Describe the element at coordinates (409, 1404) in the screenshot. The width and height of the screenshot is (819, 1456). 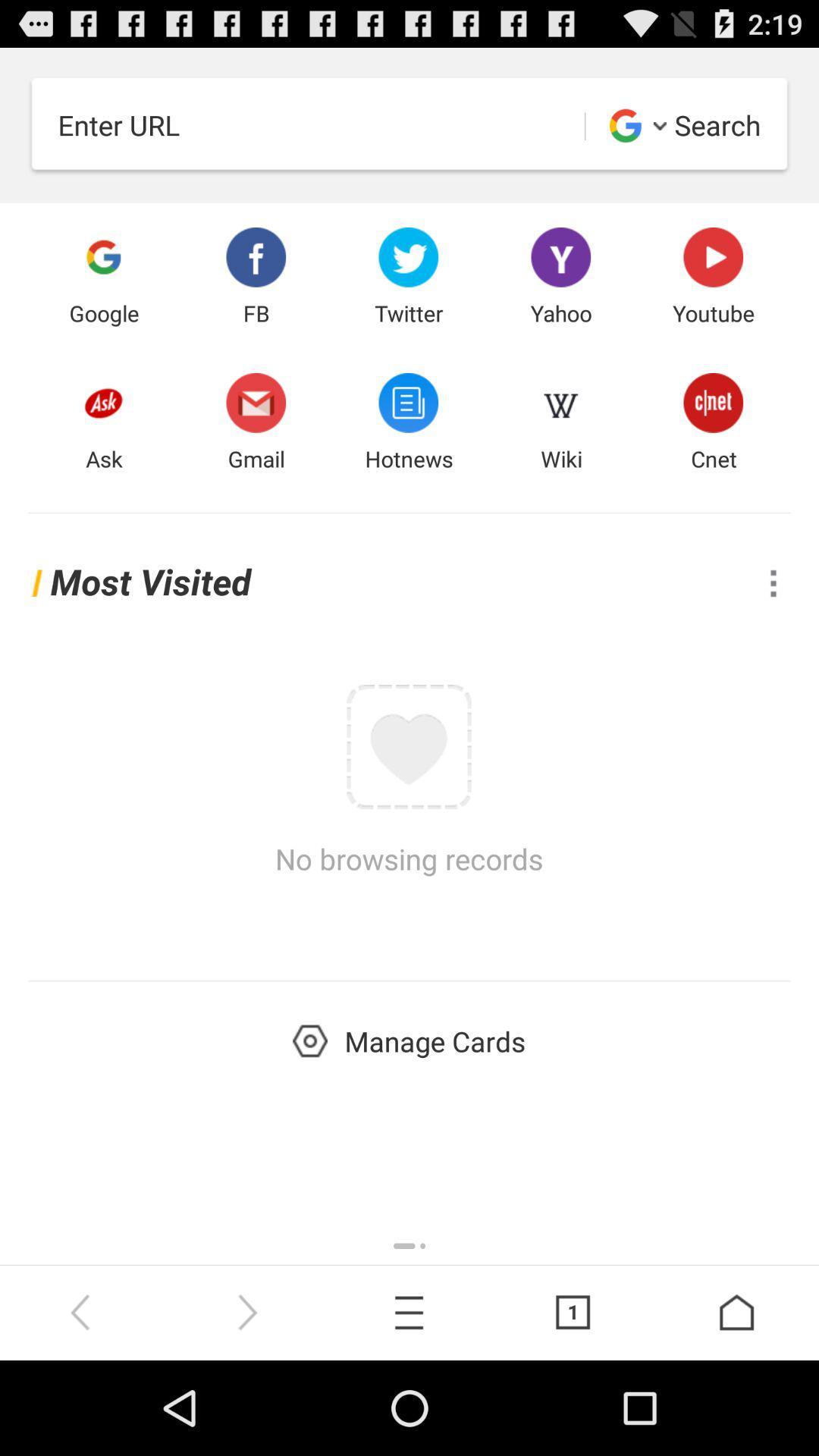
I see `the menu icon` at that location.